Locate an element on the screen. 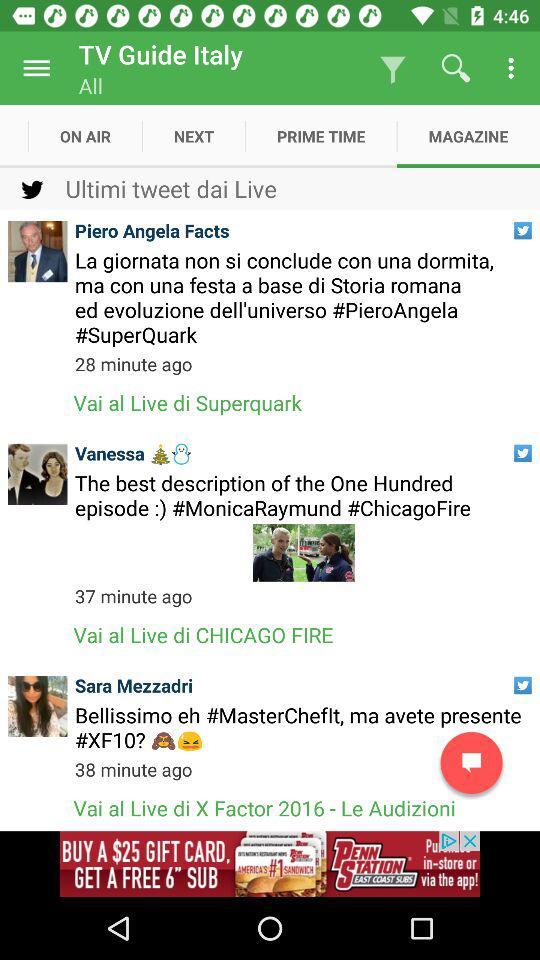 The height and width of the screenshot is (960, 540). the chat icon is located at coordinates (471, 762).